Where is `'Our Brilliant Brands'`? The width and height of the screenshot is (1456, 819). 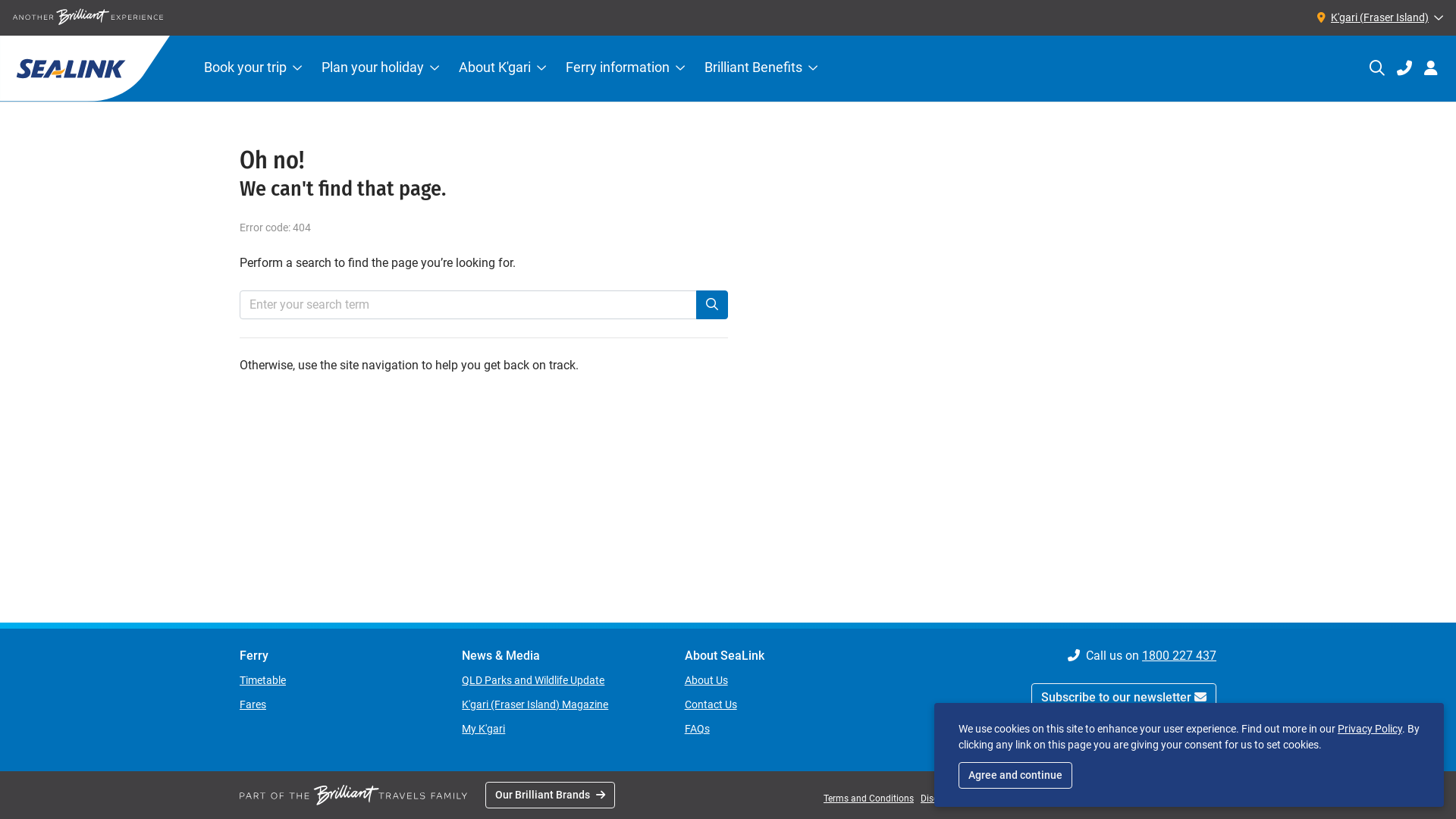 'Our Brilliant Brands' is located at coordinates (549, 794).